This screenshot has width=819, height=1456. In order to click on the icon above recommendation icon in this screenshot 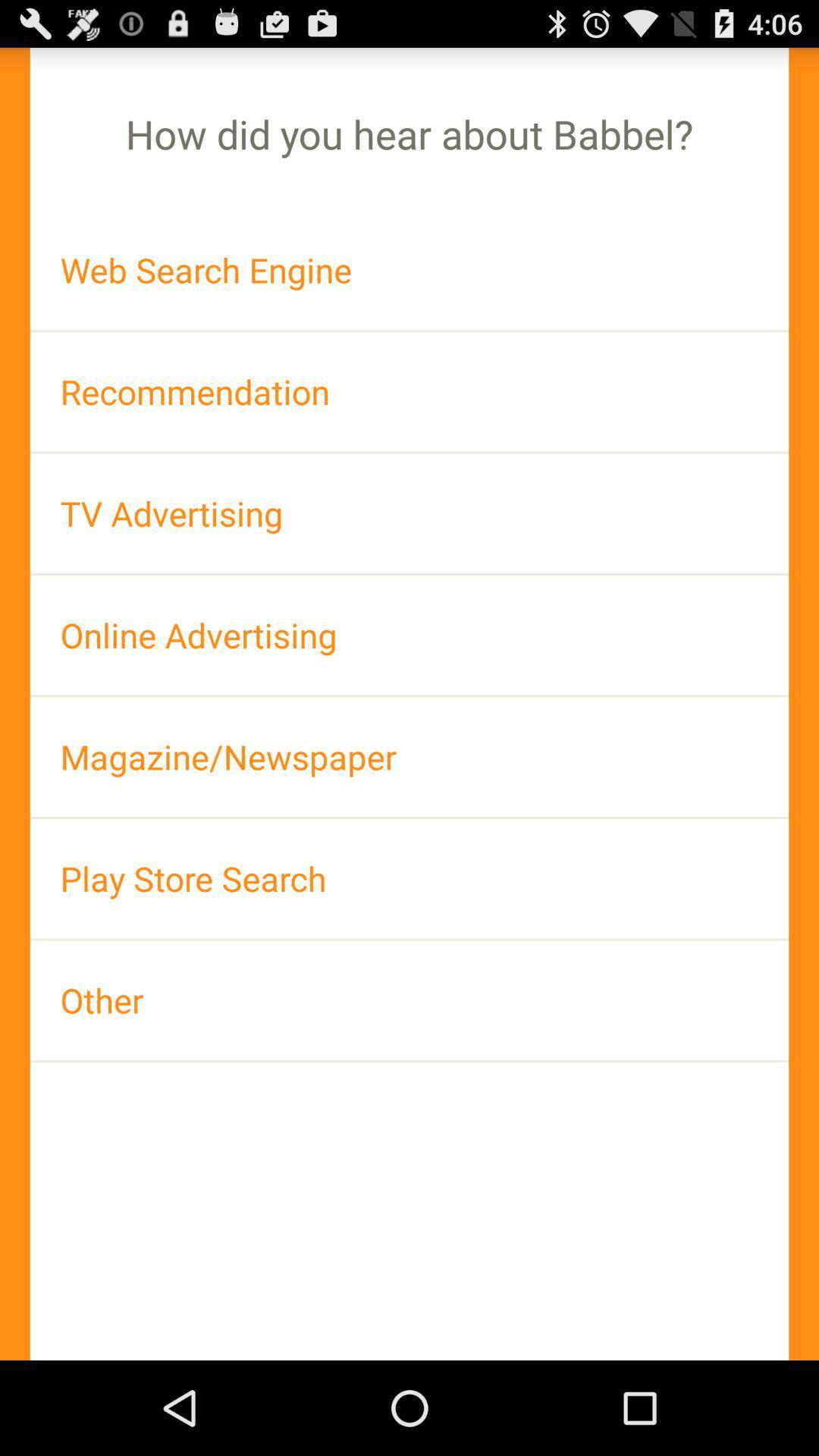, I will do `click(409, 270)`.